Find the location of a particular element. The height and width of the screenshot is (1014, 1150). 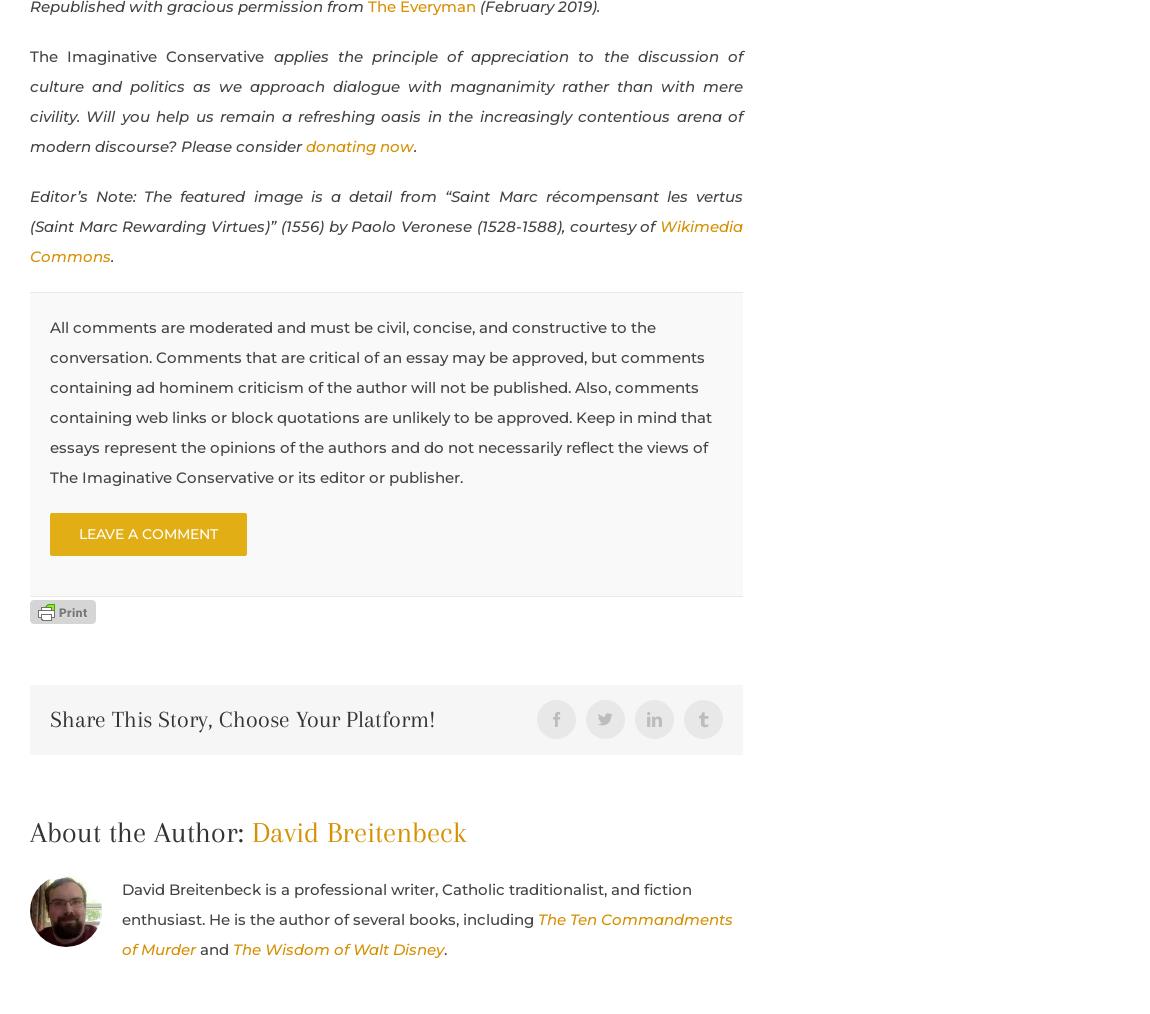

'Editor’s Note: The featured image is a detail from “Saint Marc récompensant les' is located at coordinates (363, 194).